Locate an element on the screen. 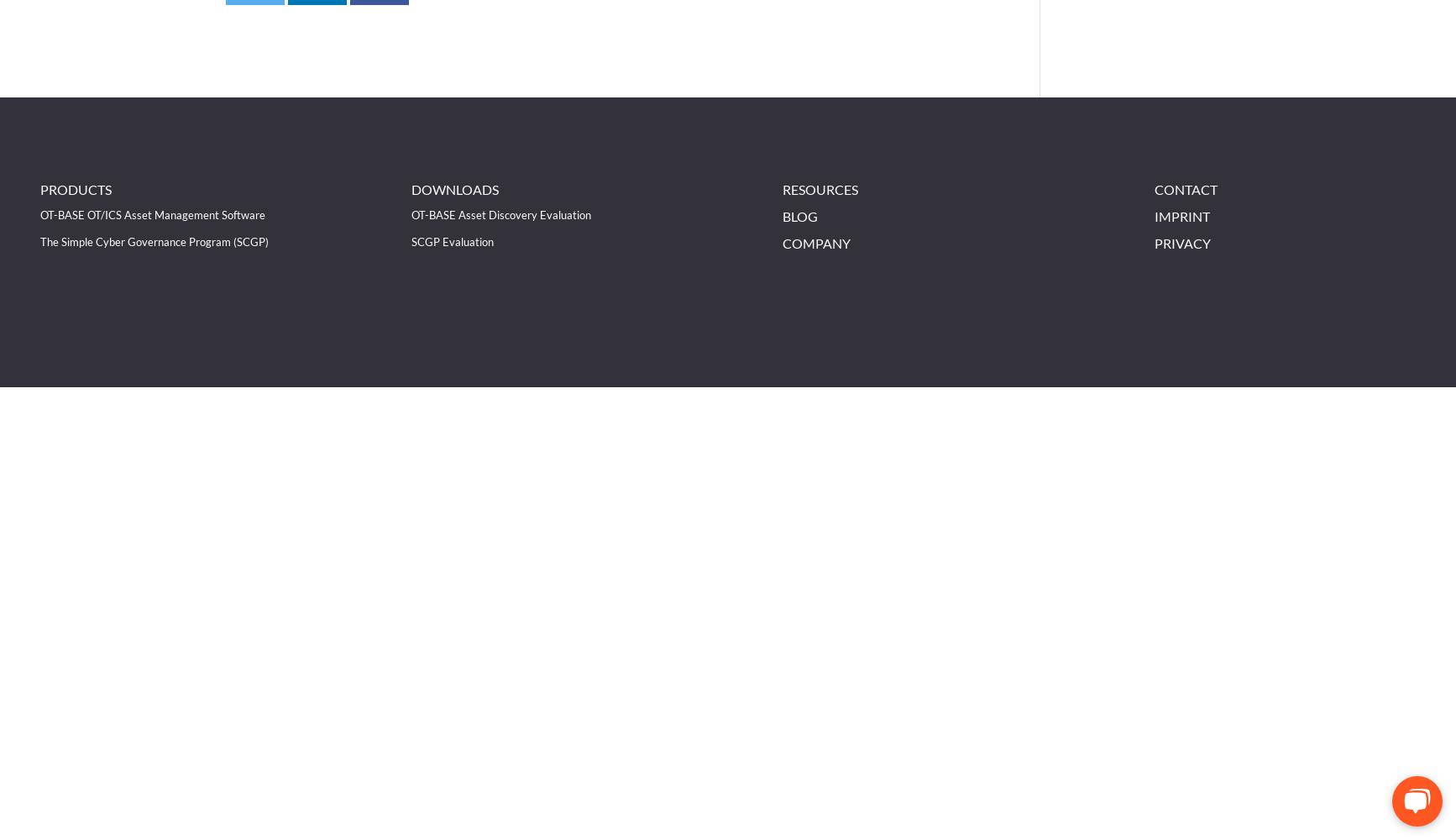 Image resolution: width=1456 pixels, height=840 pixels. 'Privacy' is located at coordinates (1181, 242).